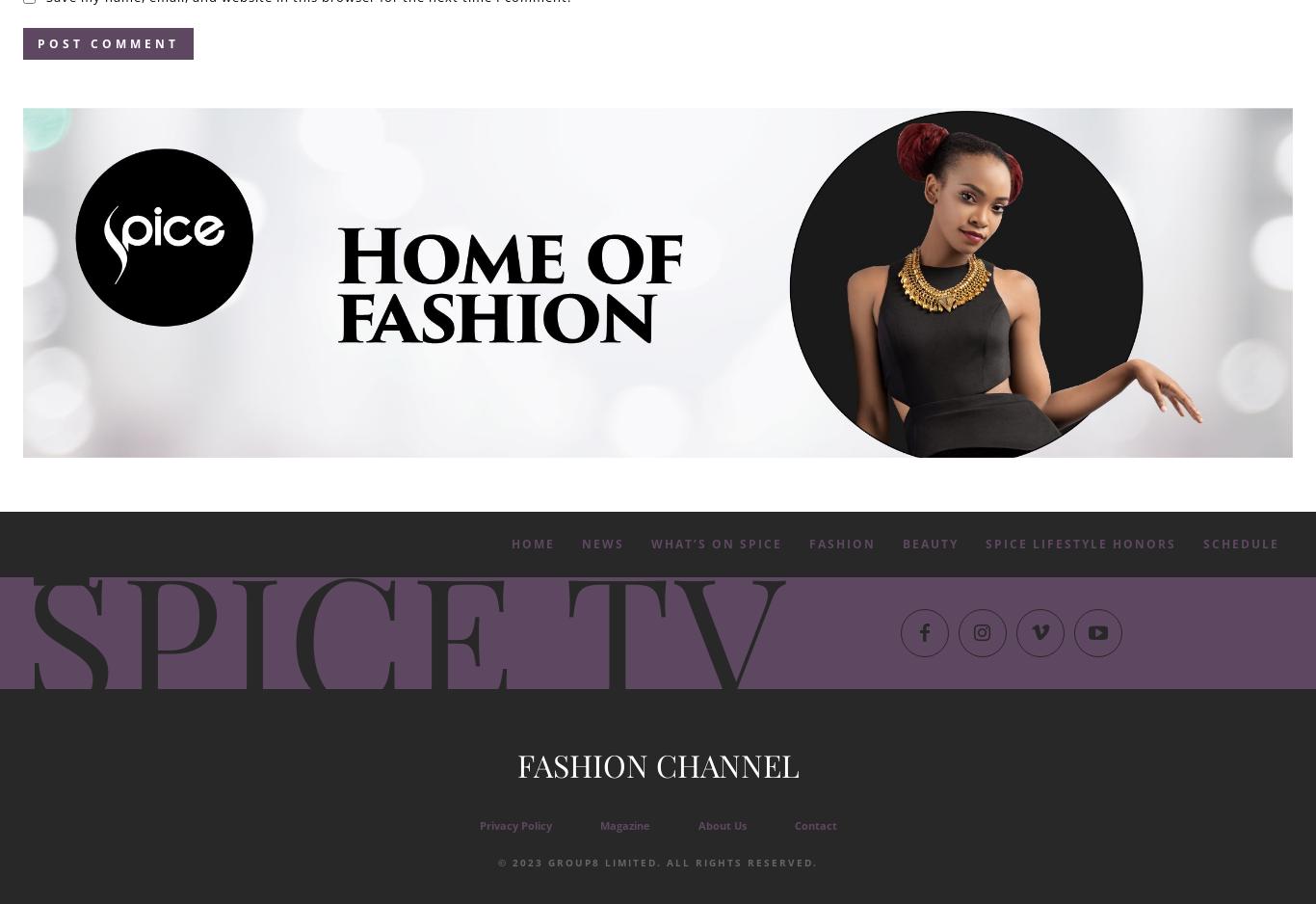 The height and width of the screenshot is (904, 1316). What do you see at coordinates (717, 543) in the screenshot?
I see `'What’s On Spice'` at bounding box center [717, 543].